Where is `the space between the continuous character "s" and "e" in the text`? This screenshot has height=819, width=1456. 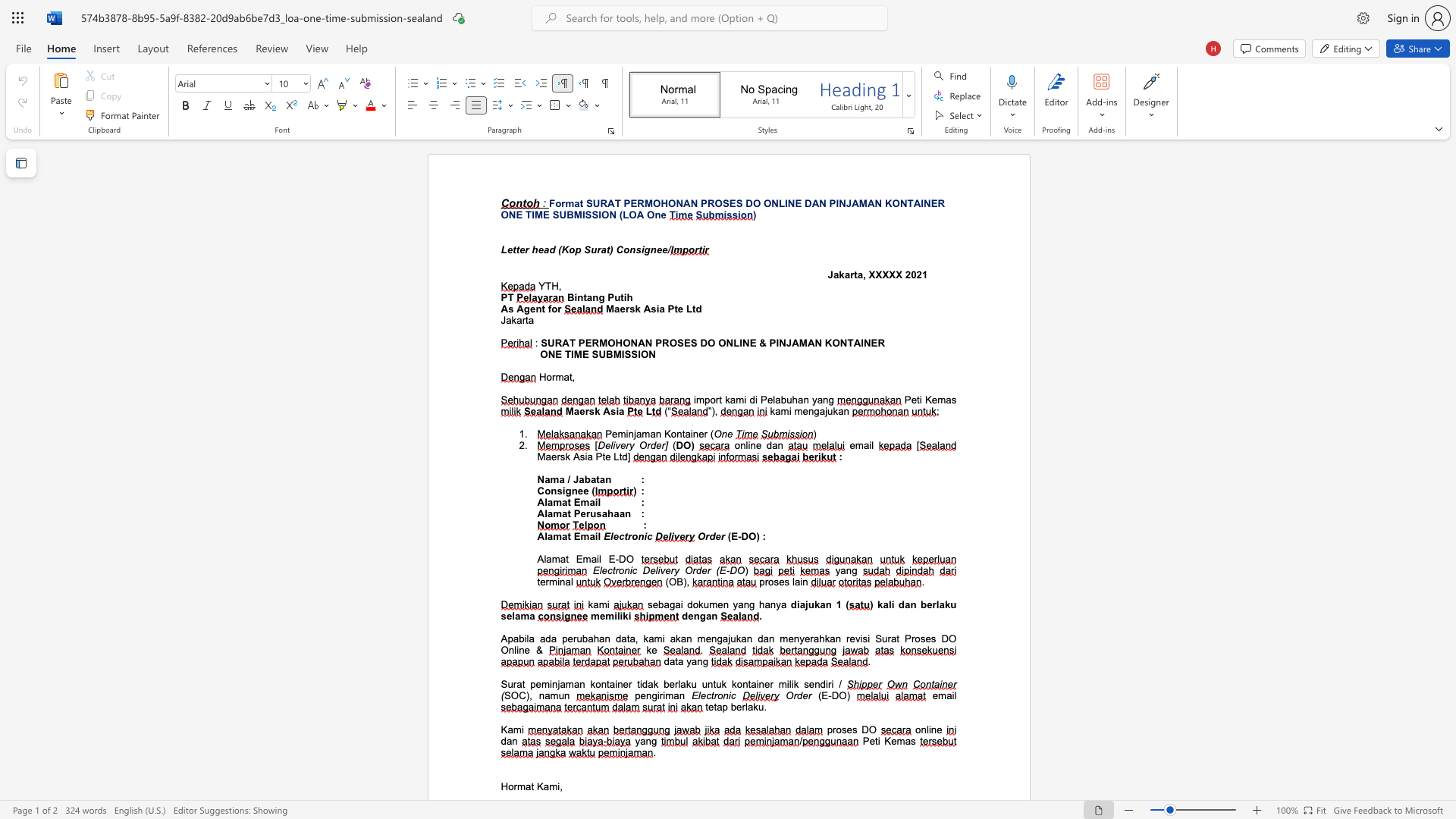
the space between the continuous character "s" and "e" in the text is located at coordinates (846, 729).